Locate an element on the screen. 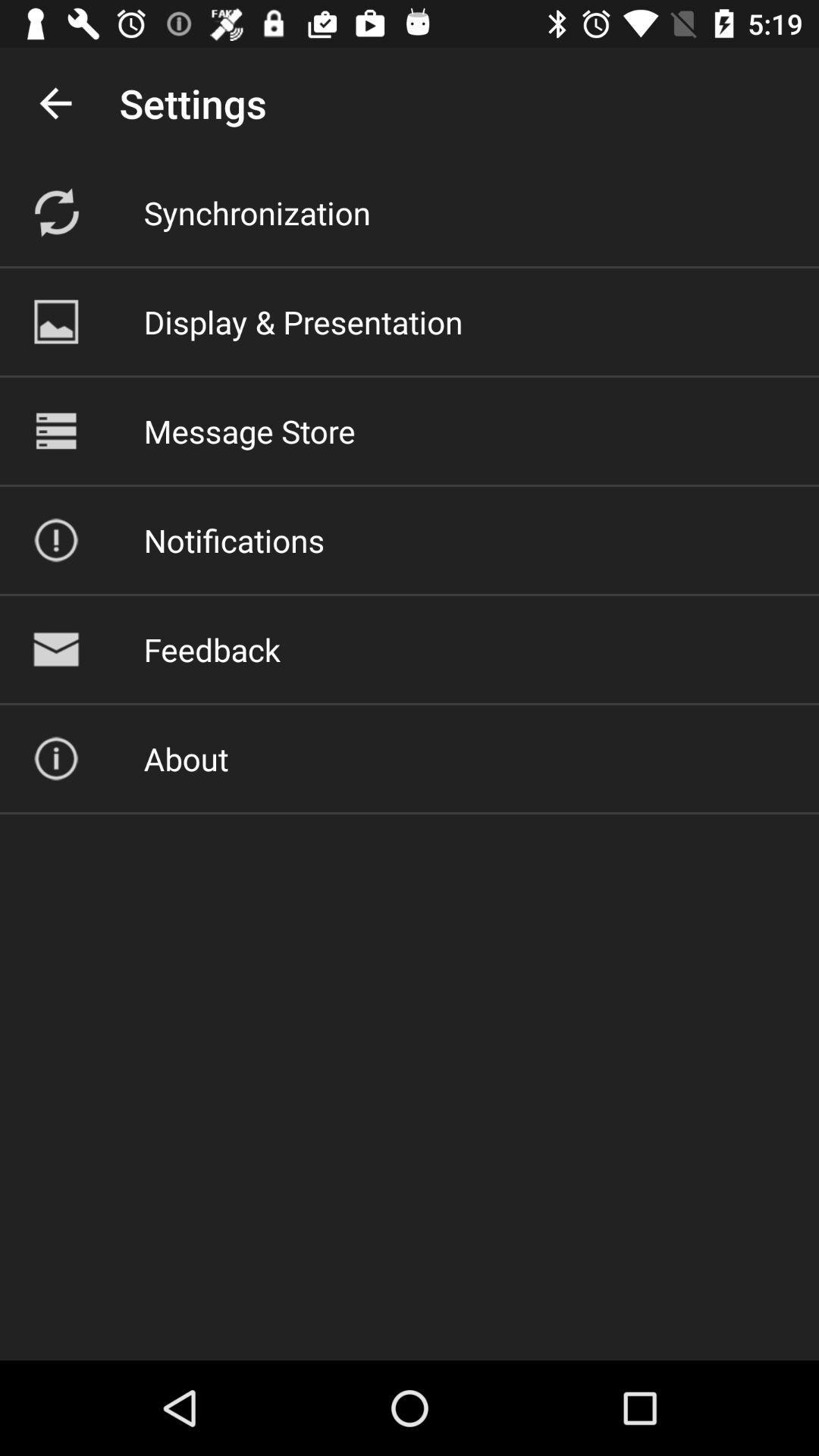 This screenshot has height=1456, width=819. the icon next to settings is located at coordinates (55, 102).